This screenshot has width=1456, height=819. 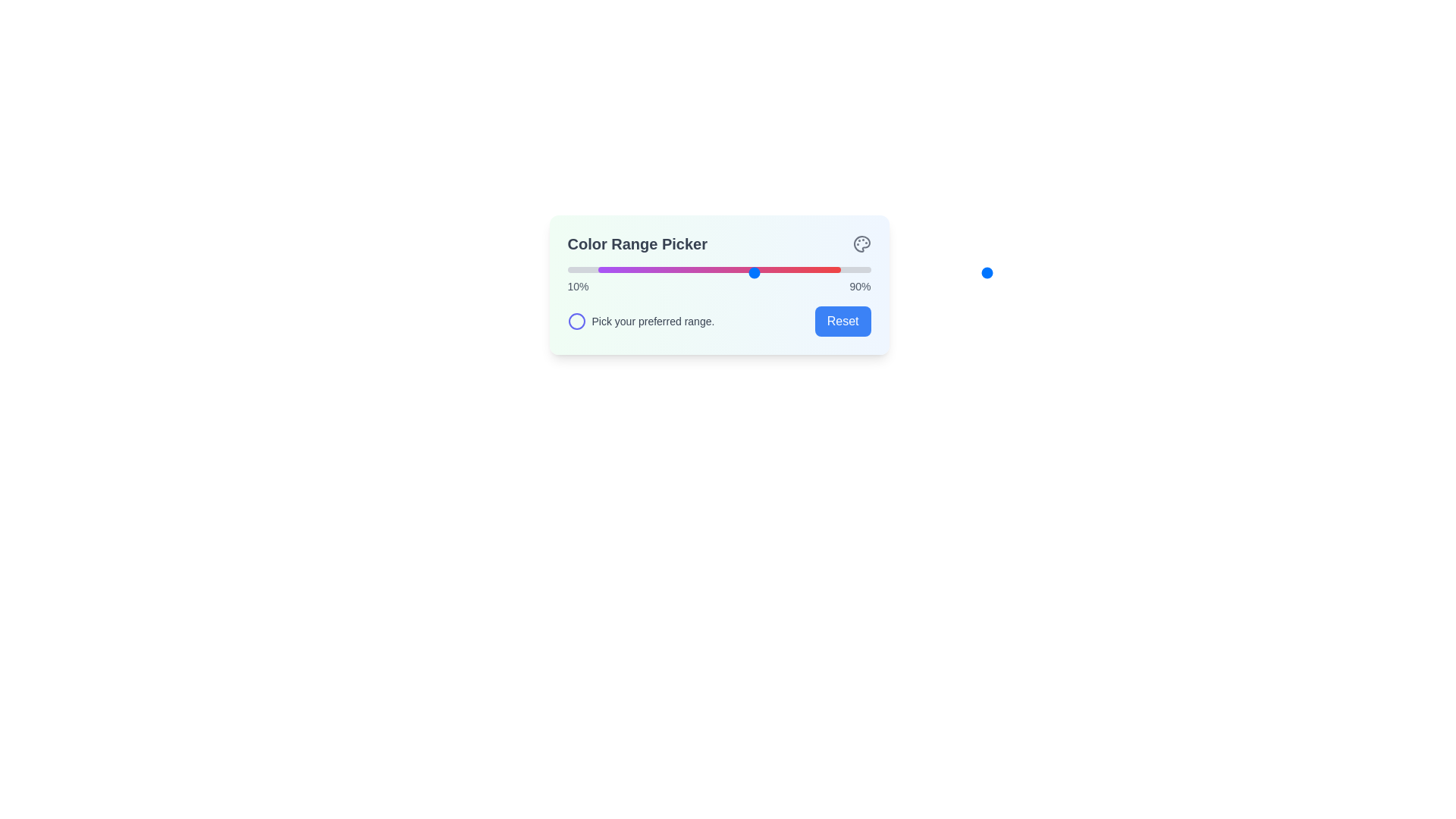 What do you see at coordinates (777, 268) in the screenshot?
I see `the slider value` at bounding box center [777, 268].